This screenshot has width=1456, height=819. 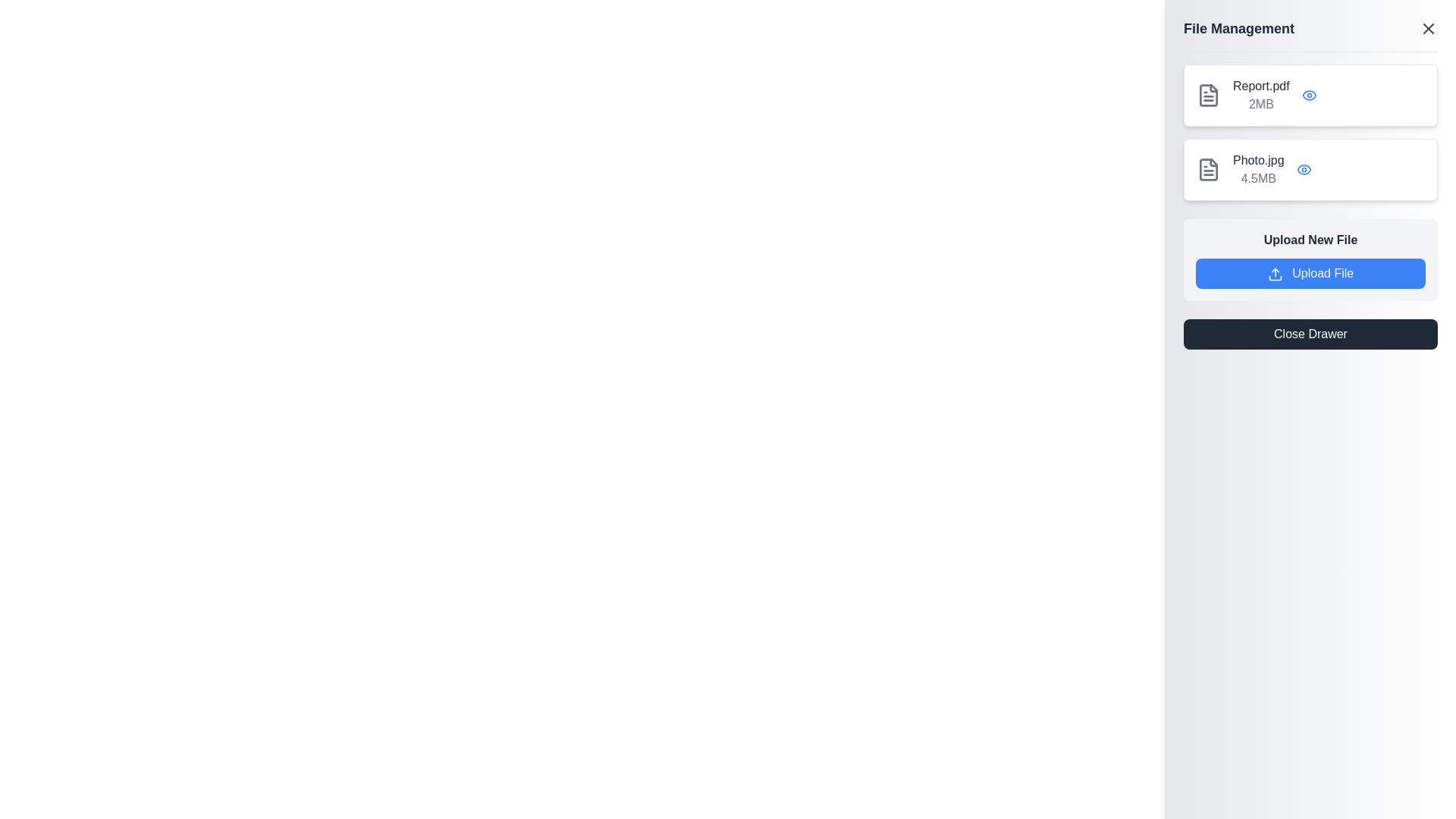 What do you see at coordinates (1261, 104) in the screenshot?
I see `the Text label that indicates the file size of the 'Report.pdf' document, located below the file name in the file management panel` at bounding box center [1261, 104].